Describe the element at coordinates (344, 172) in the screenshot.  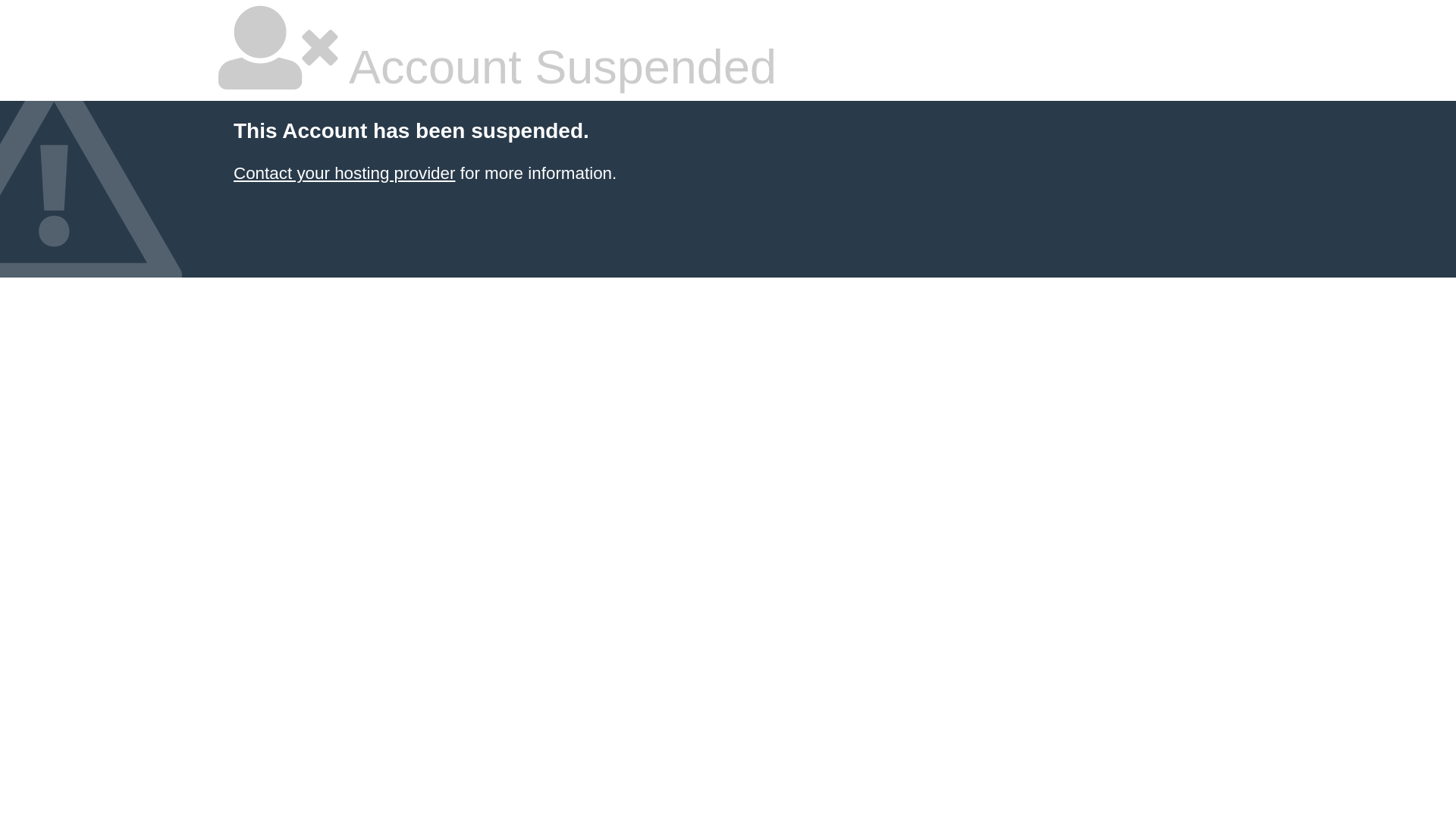
I see `'Contact your hosting provider'` at that location.